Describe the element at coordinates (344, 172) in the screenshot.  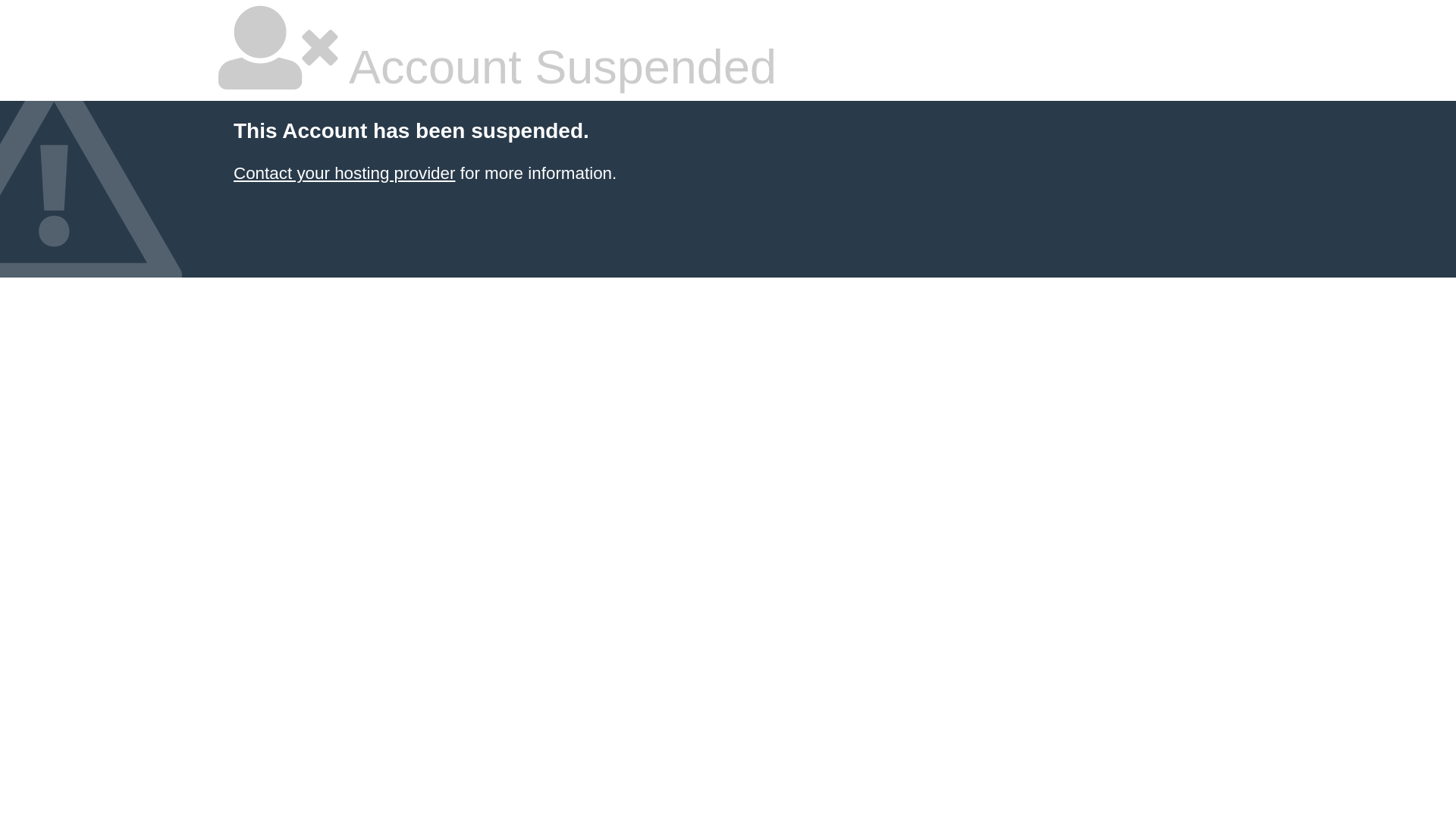
I see `'Contact your hosting provider'` at that location.